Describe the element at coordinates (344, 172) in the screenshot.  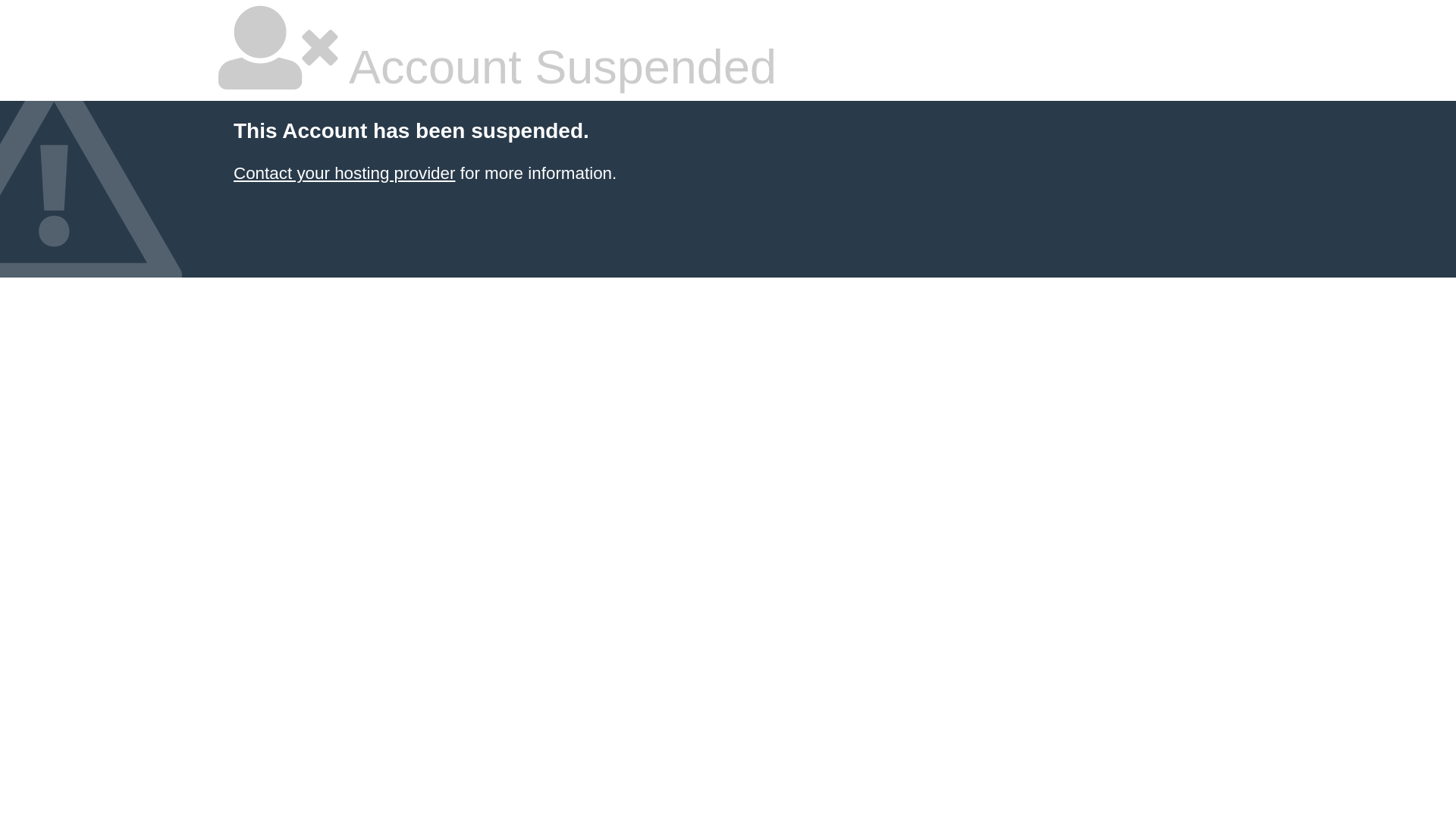
I see `'Contact your hosting provider'` at that location.